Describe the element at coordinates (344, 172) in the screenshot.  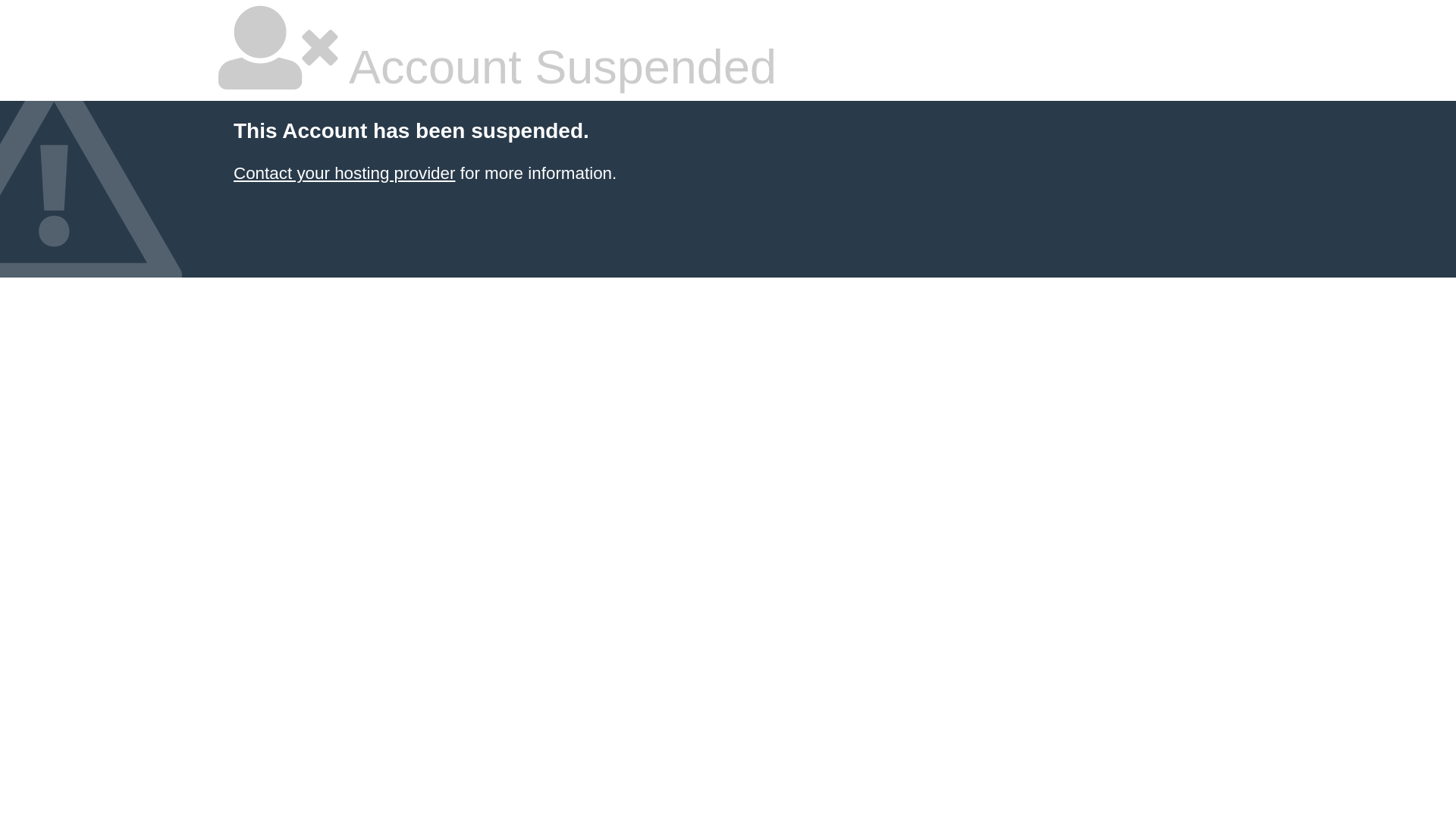
I see `'Contact your hosting provider'` at that location.